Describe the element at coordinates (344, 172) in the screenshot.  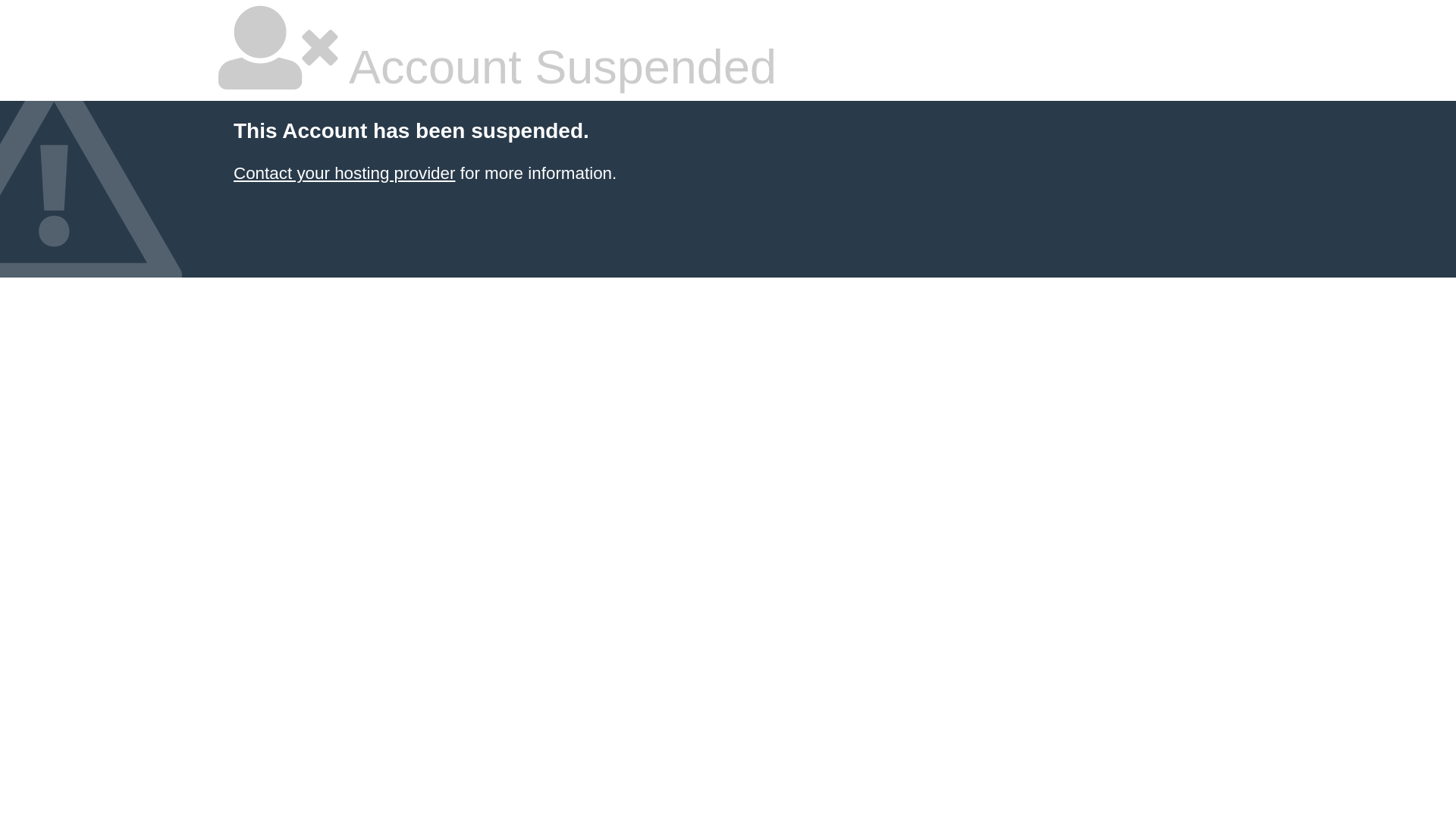
I see `'Contact your hosting provider'` at that location.